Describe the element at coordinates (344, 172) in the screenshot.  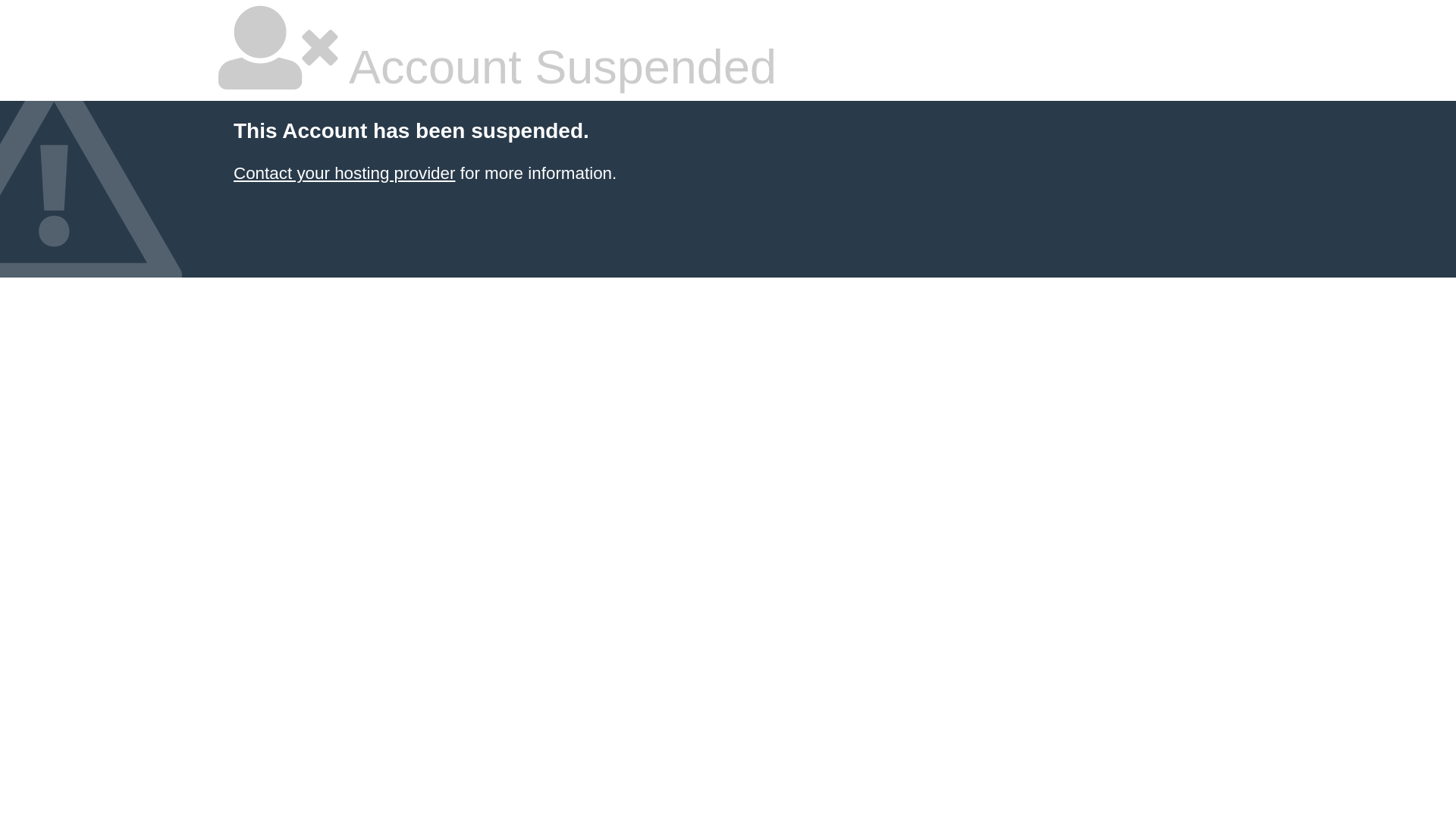
I see `'Contact your hosting provider'` at that location.